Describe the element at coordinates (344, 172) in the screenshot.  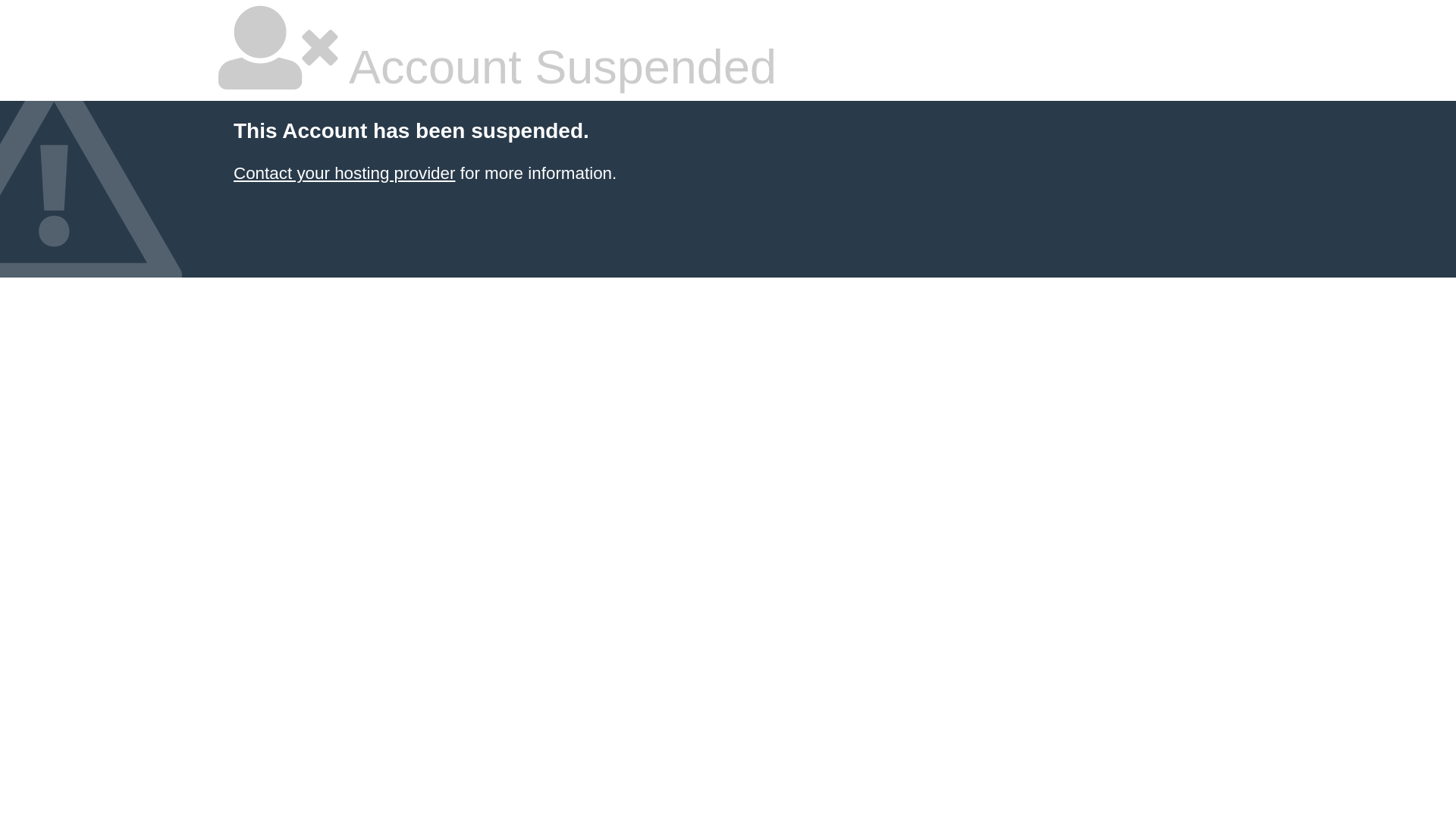
I see `'Contact your hosting provider'` at that location.